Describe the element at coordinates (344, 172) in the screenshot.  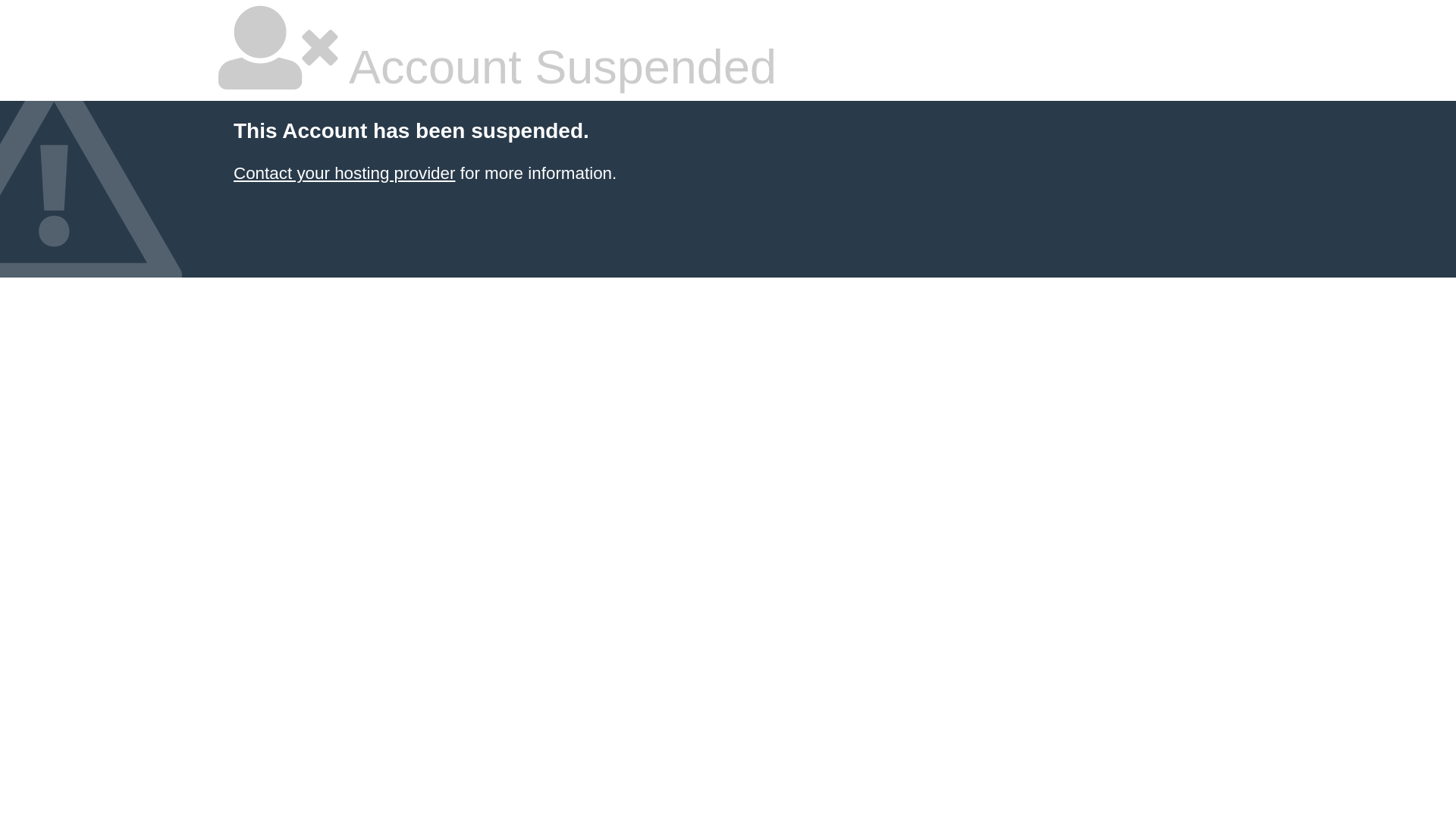
I see `'Contact your hosting provider'` at that location.